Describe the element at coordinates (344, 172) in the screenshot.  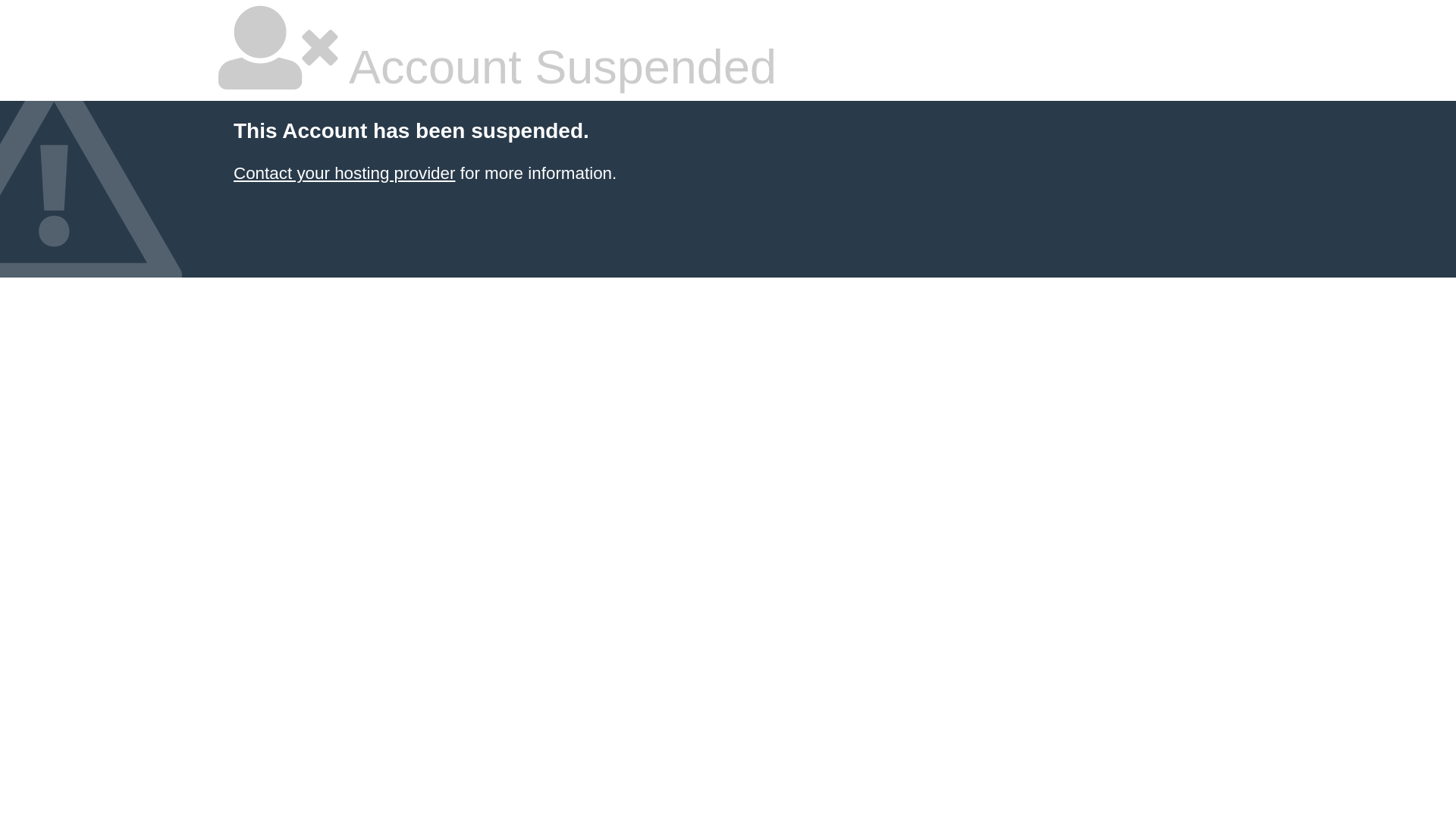
I see `'Contact your hosting provider'` at that location.